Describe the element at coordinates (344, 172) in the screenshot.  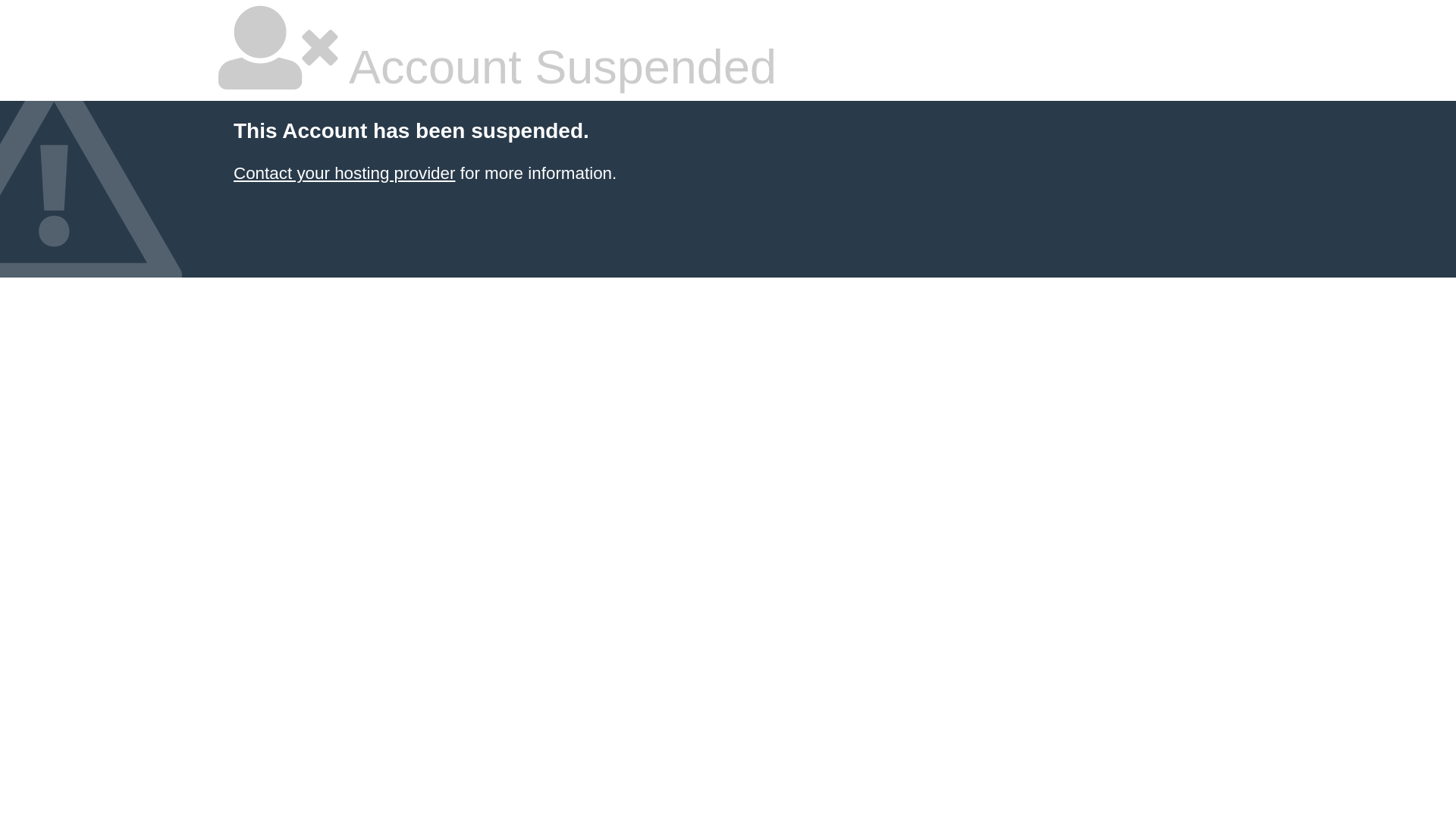
I see `'Contact your hosting provider'` at that location.